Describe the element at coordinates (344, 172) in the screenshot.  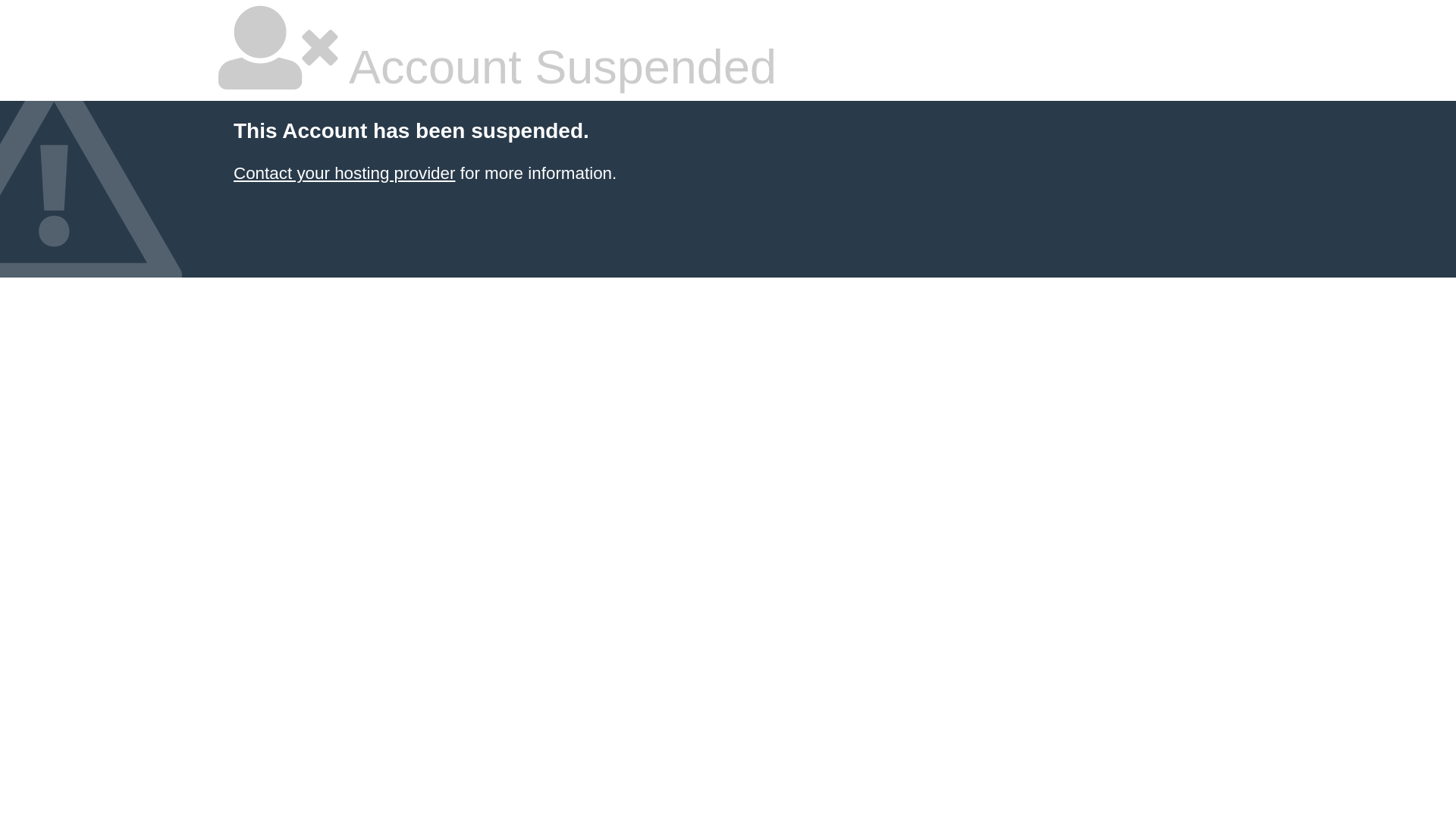
I see `'Contact your hosting provider'` at that location.